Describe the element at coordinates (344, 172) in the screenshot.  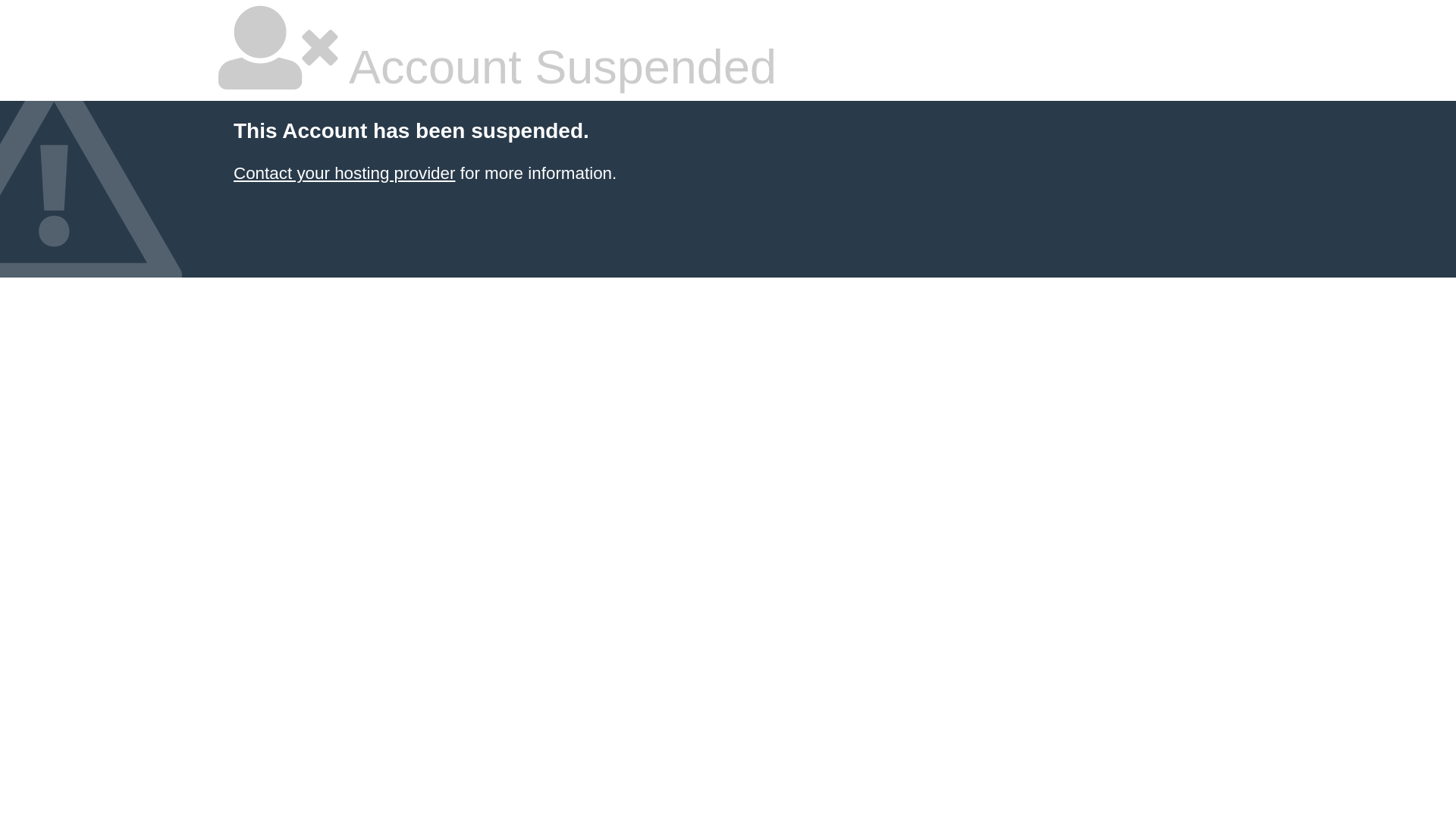
I see `'Contact your hosting provider'` at that location.